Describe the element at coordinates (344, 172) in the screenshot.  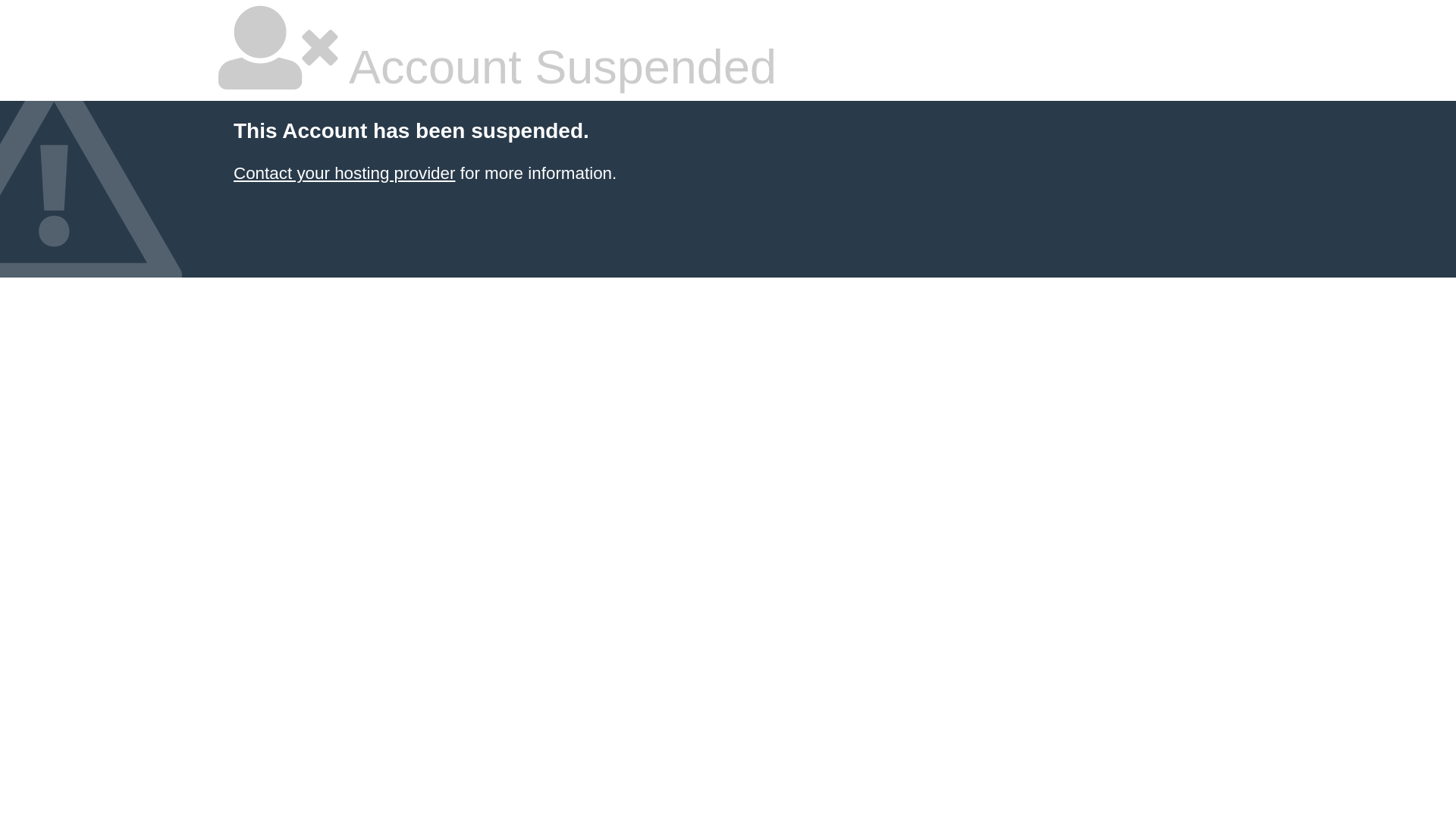
I see `'Contact your hosting provider'` at that location.